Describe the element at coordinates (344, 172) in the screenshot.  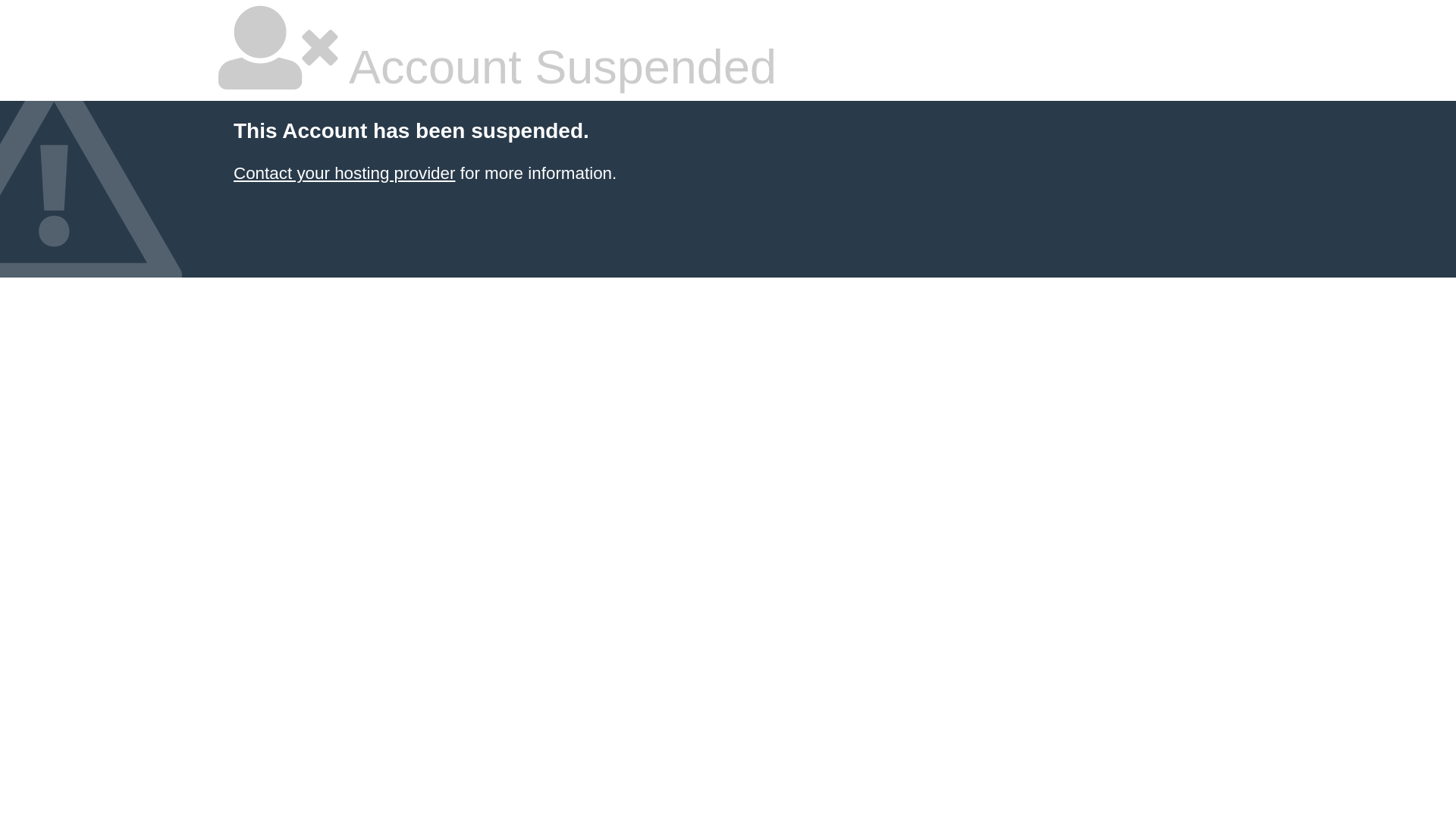
I see `'Contact your hosting provider'` at that location.